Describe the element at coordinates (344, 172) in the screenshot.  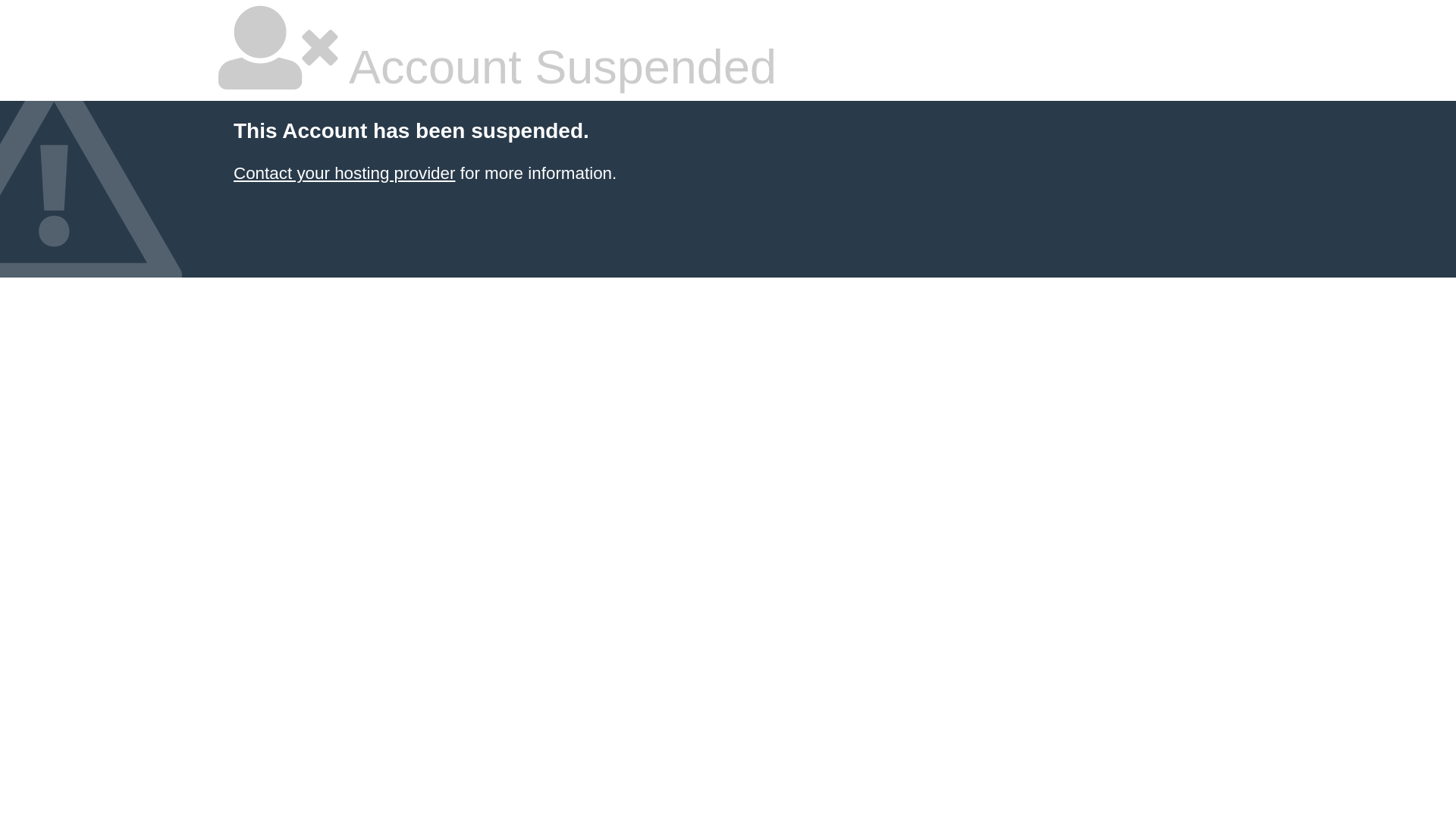
I see `'Contact your hosting provider'` at that location.